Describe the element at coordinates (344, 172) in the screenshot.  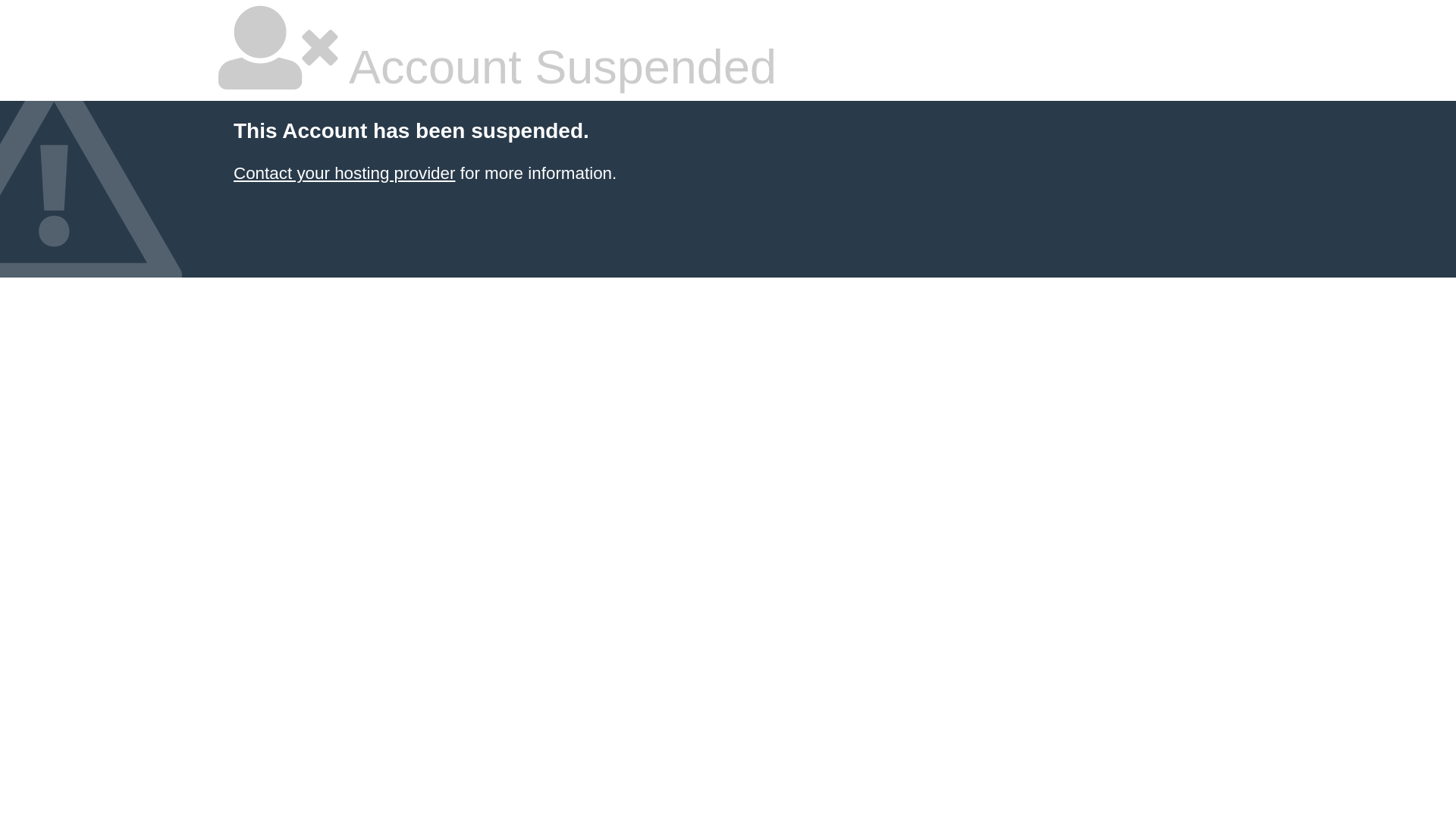
I see `'Contact your hosting provider'` at that location.